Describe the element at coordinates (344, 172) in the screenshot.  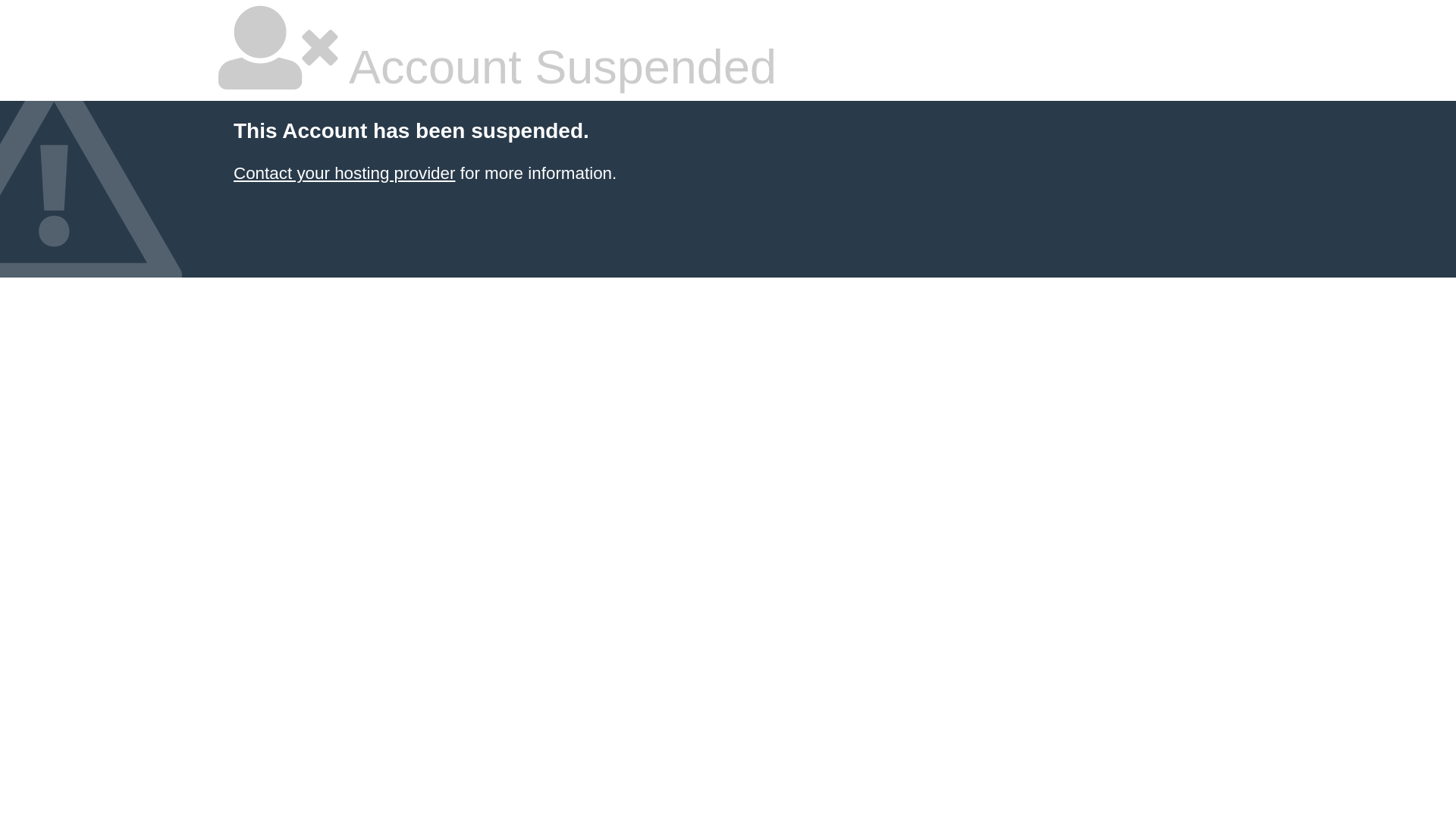
I see `'Contact your hosting provider'` at that location.